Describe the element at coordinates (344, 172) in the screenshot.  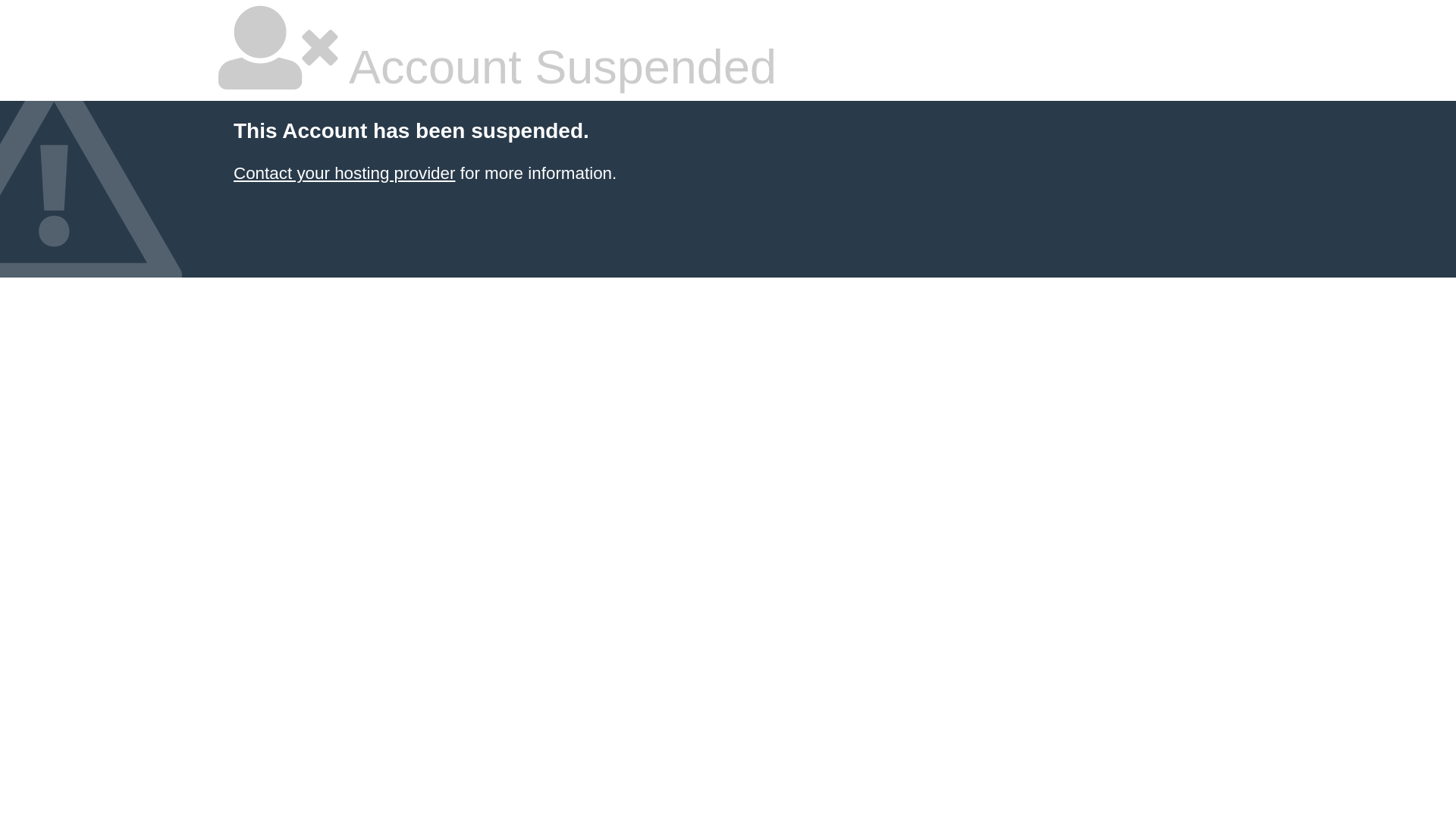
I see `'Contact your hosting provider'` at that location.